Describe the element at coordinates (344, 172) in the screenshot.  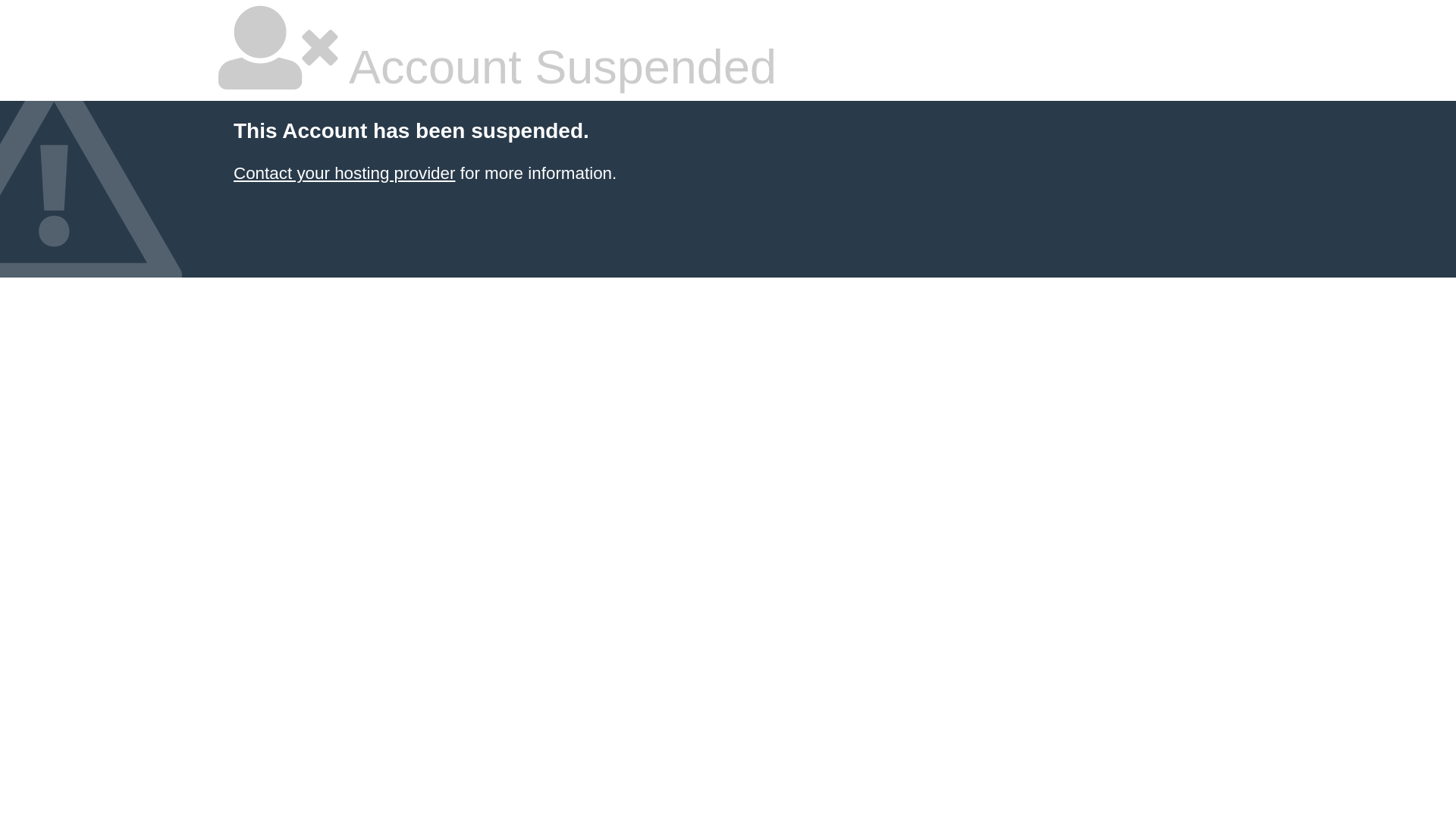
I see `'Contact your hosting provider'` at that location.